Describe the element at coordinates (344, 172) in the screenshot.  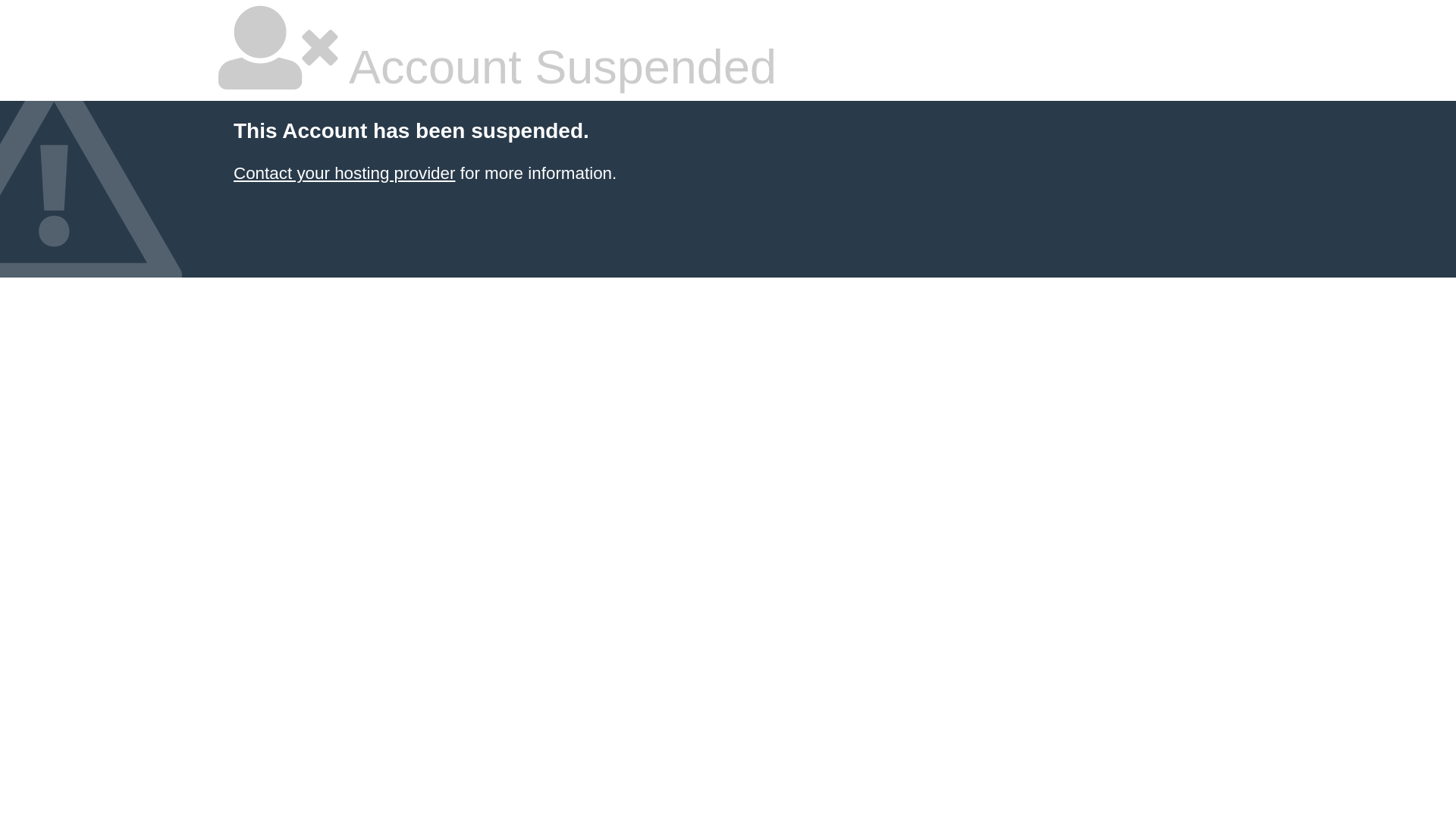
I see `'Contact your hosting provider'` at that location.